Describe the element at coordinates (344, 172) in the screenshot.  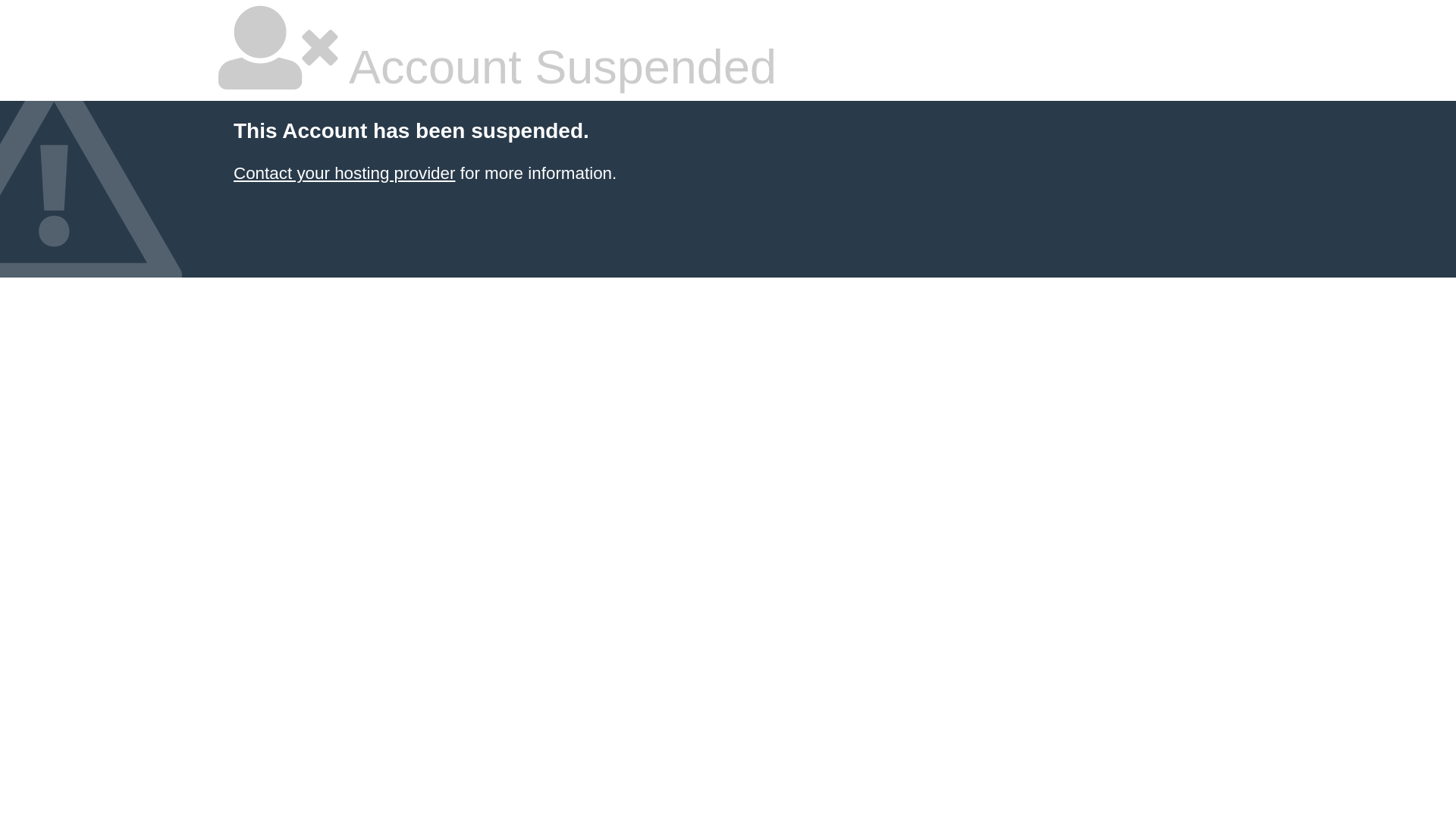
I see `'Contact your hosting provider'` at that location.